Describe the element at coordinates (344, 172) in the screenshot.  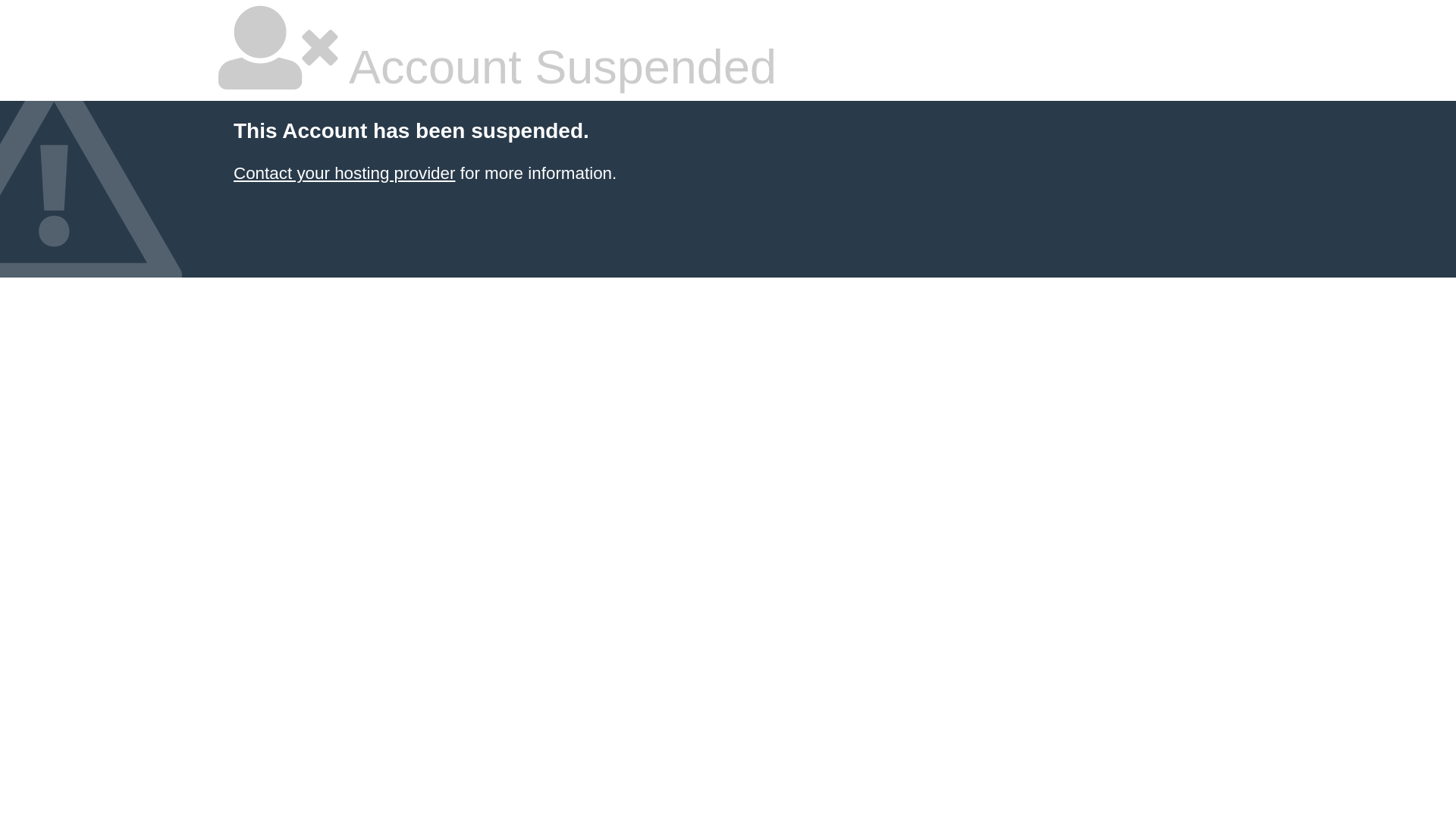
I see `'Contact your hosting provider'` at that location.